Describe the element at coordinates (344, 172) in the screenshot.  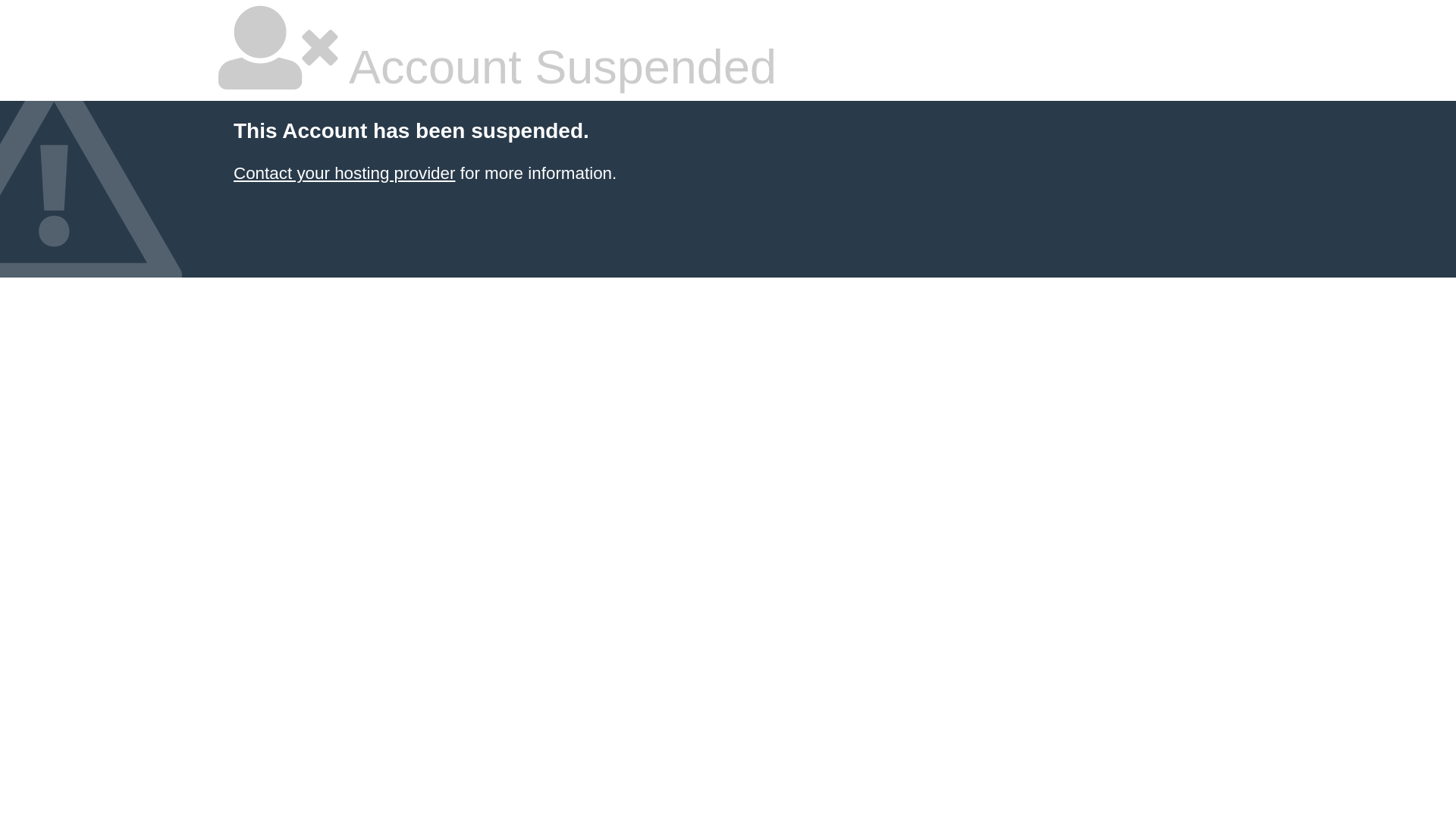
I see `'Contact your hosting provider'` at that location.